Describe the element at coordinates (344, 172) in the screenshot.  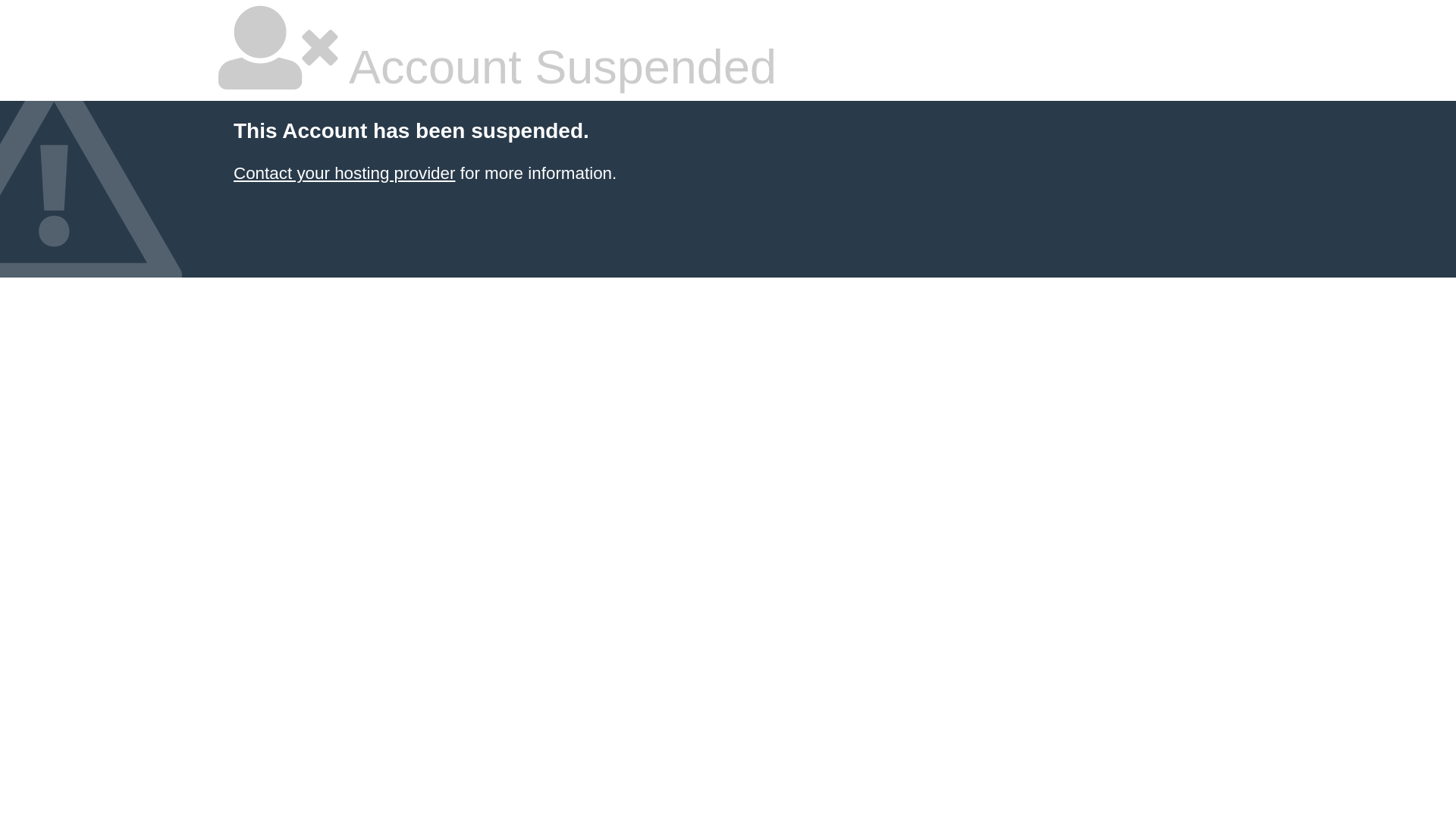
I see `'Contact your hosting provider'` at that location.